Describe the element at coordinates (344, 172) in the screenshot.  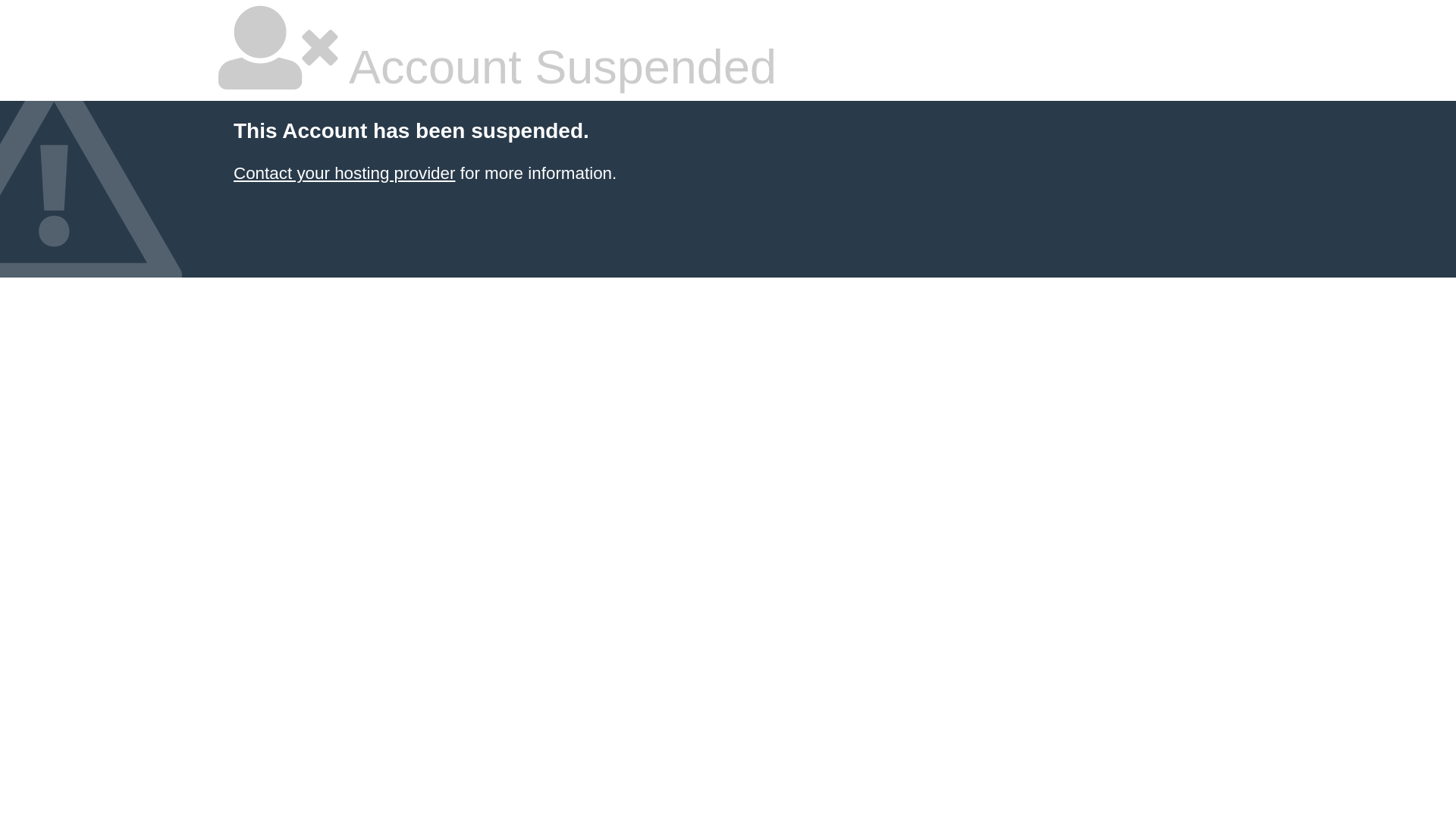
I see `'Contact your hosting provider'` at that location.